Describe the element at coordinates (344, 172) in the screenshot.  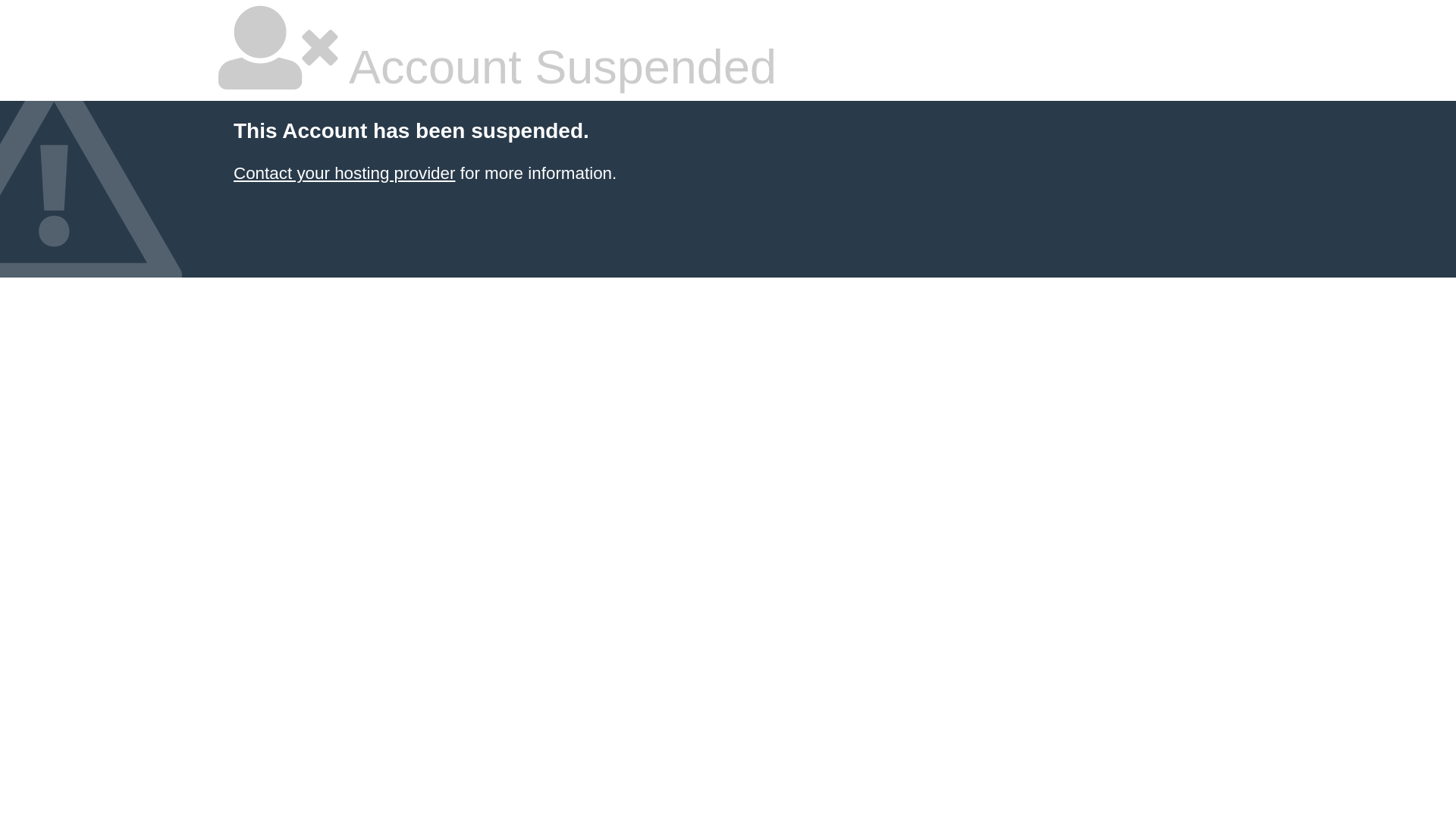
I see `'Contact your hosting provider'` at that location.